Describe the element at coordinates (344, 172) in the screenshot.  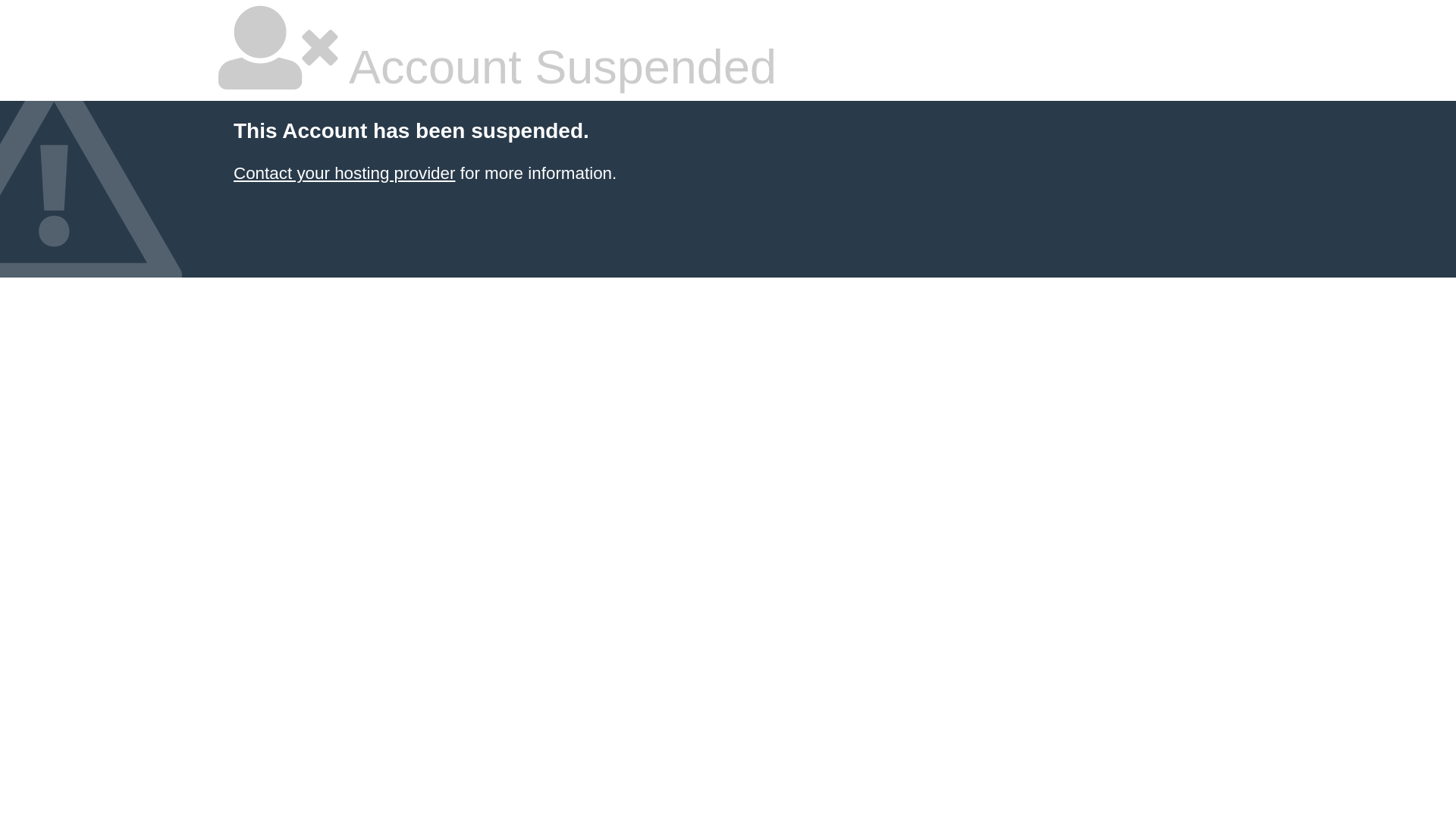
I see `'Contact your hosting provider'` at that location.